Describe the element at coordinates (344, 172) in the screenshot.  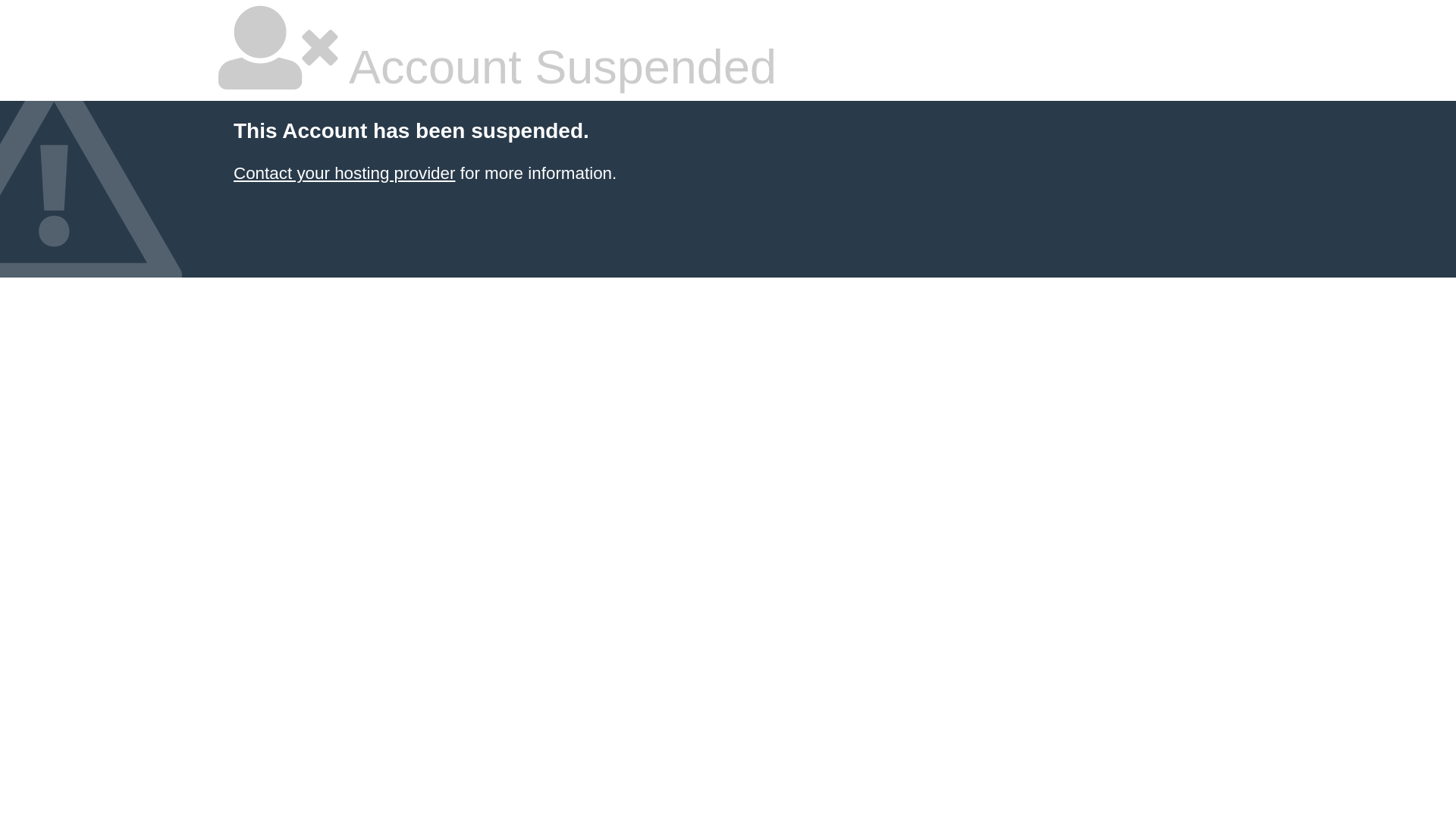
I see `'Contact your hosting provider'` at that location.